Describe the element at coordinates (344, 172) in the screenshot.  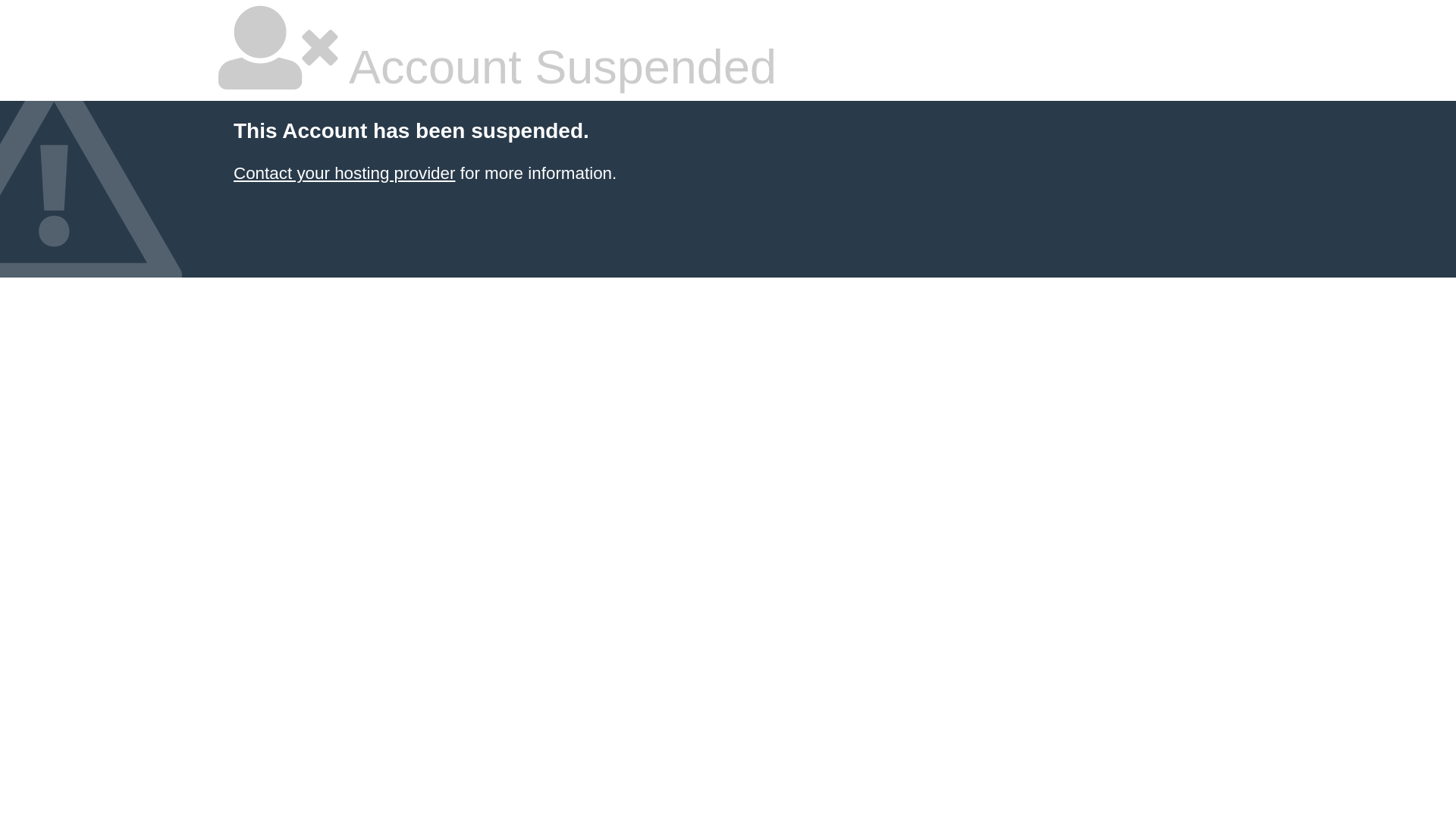
I see `'Contact your hosting provider'` at that location.